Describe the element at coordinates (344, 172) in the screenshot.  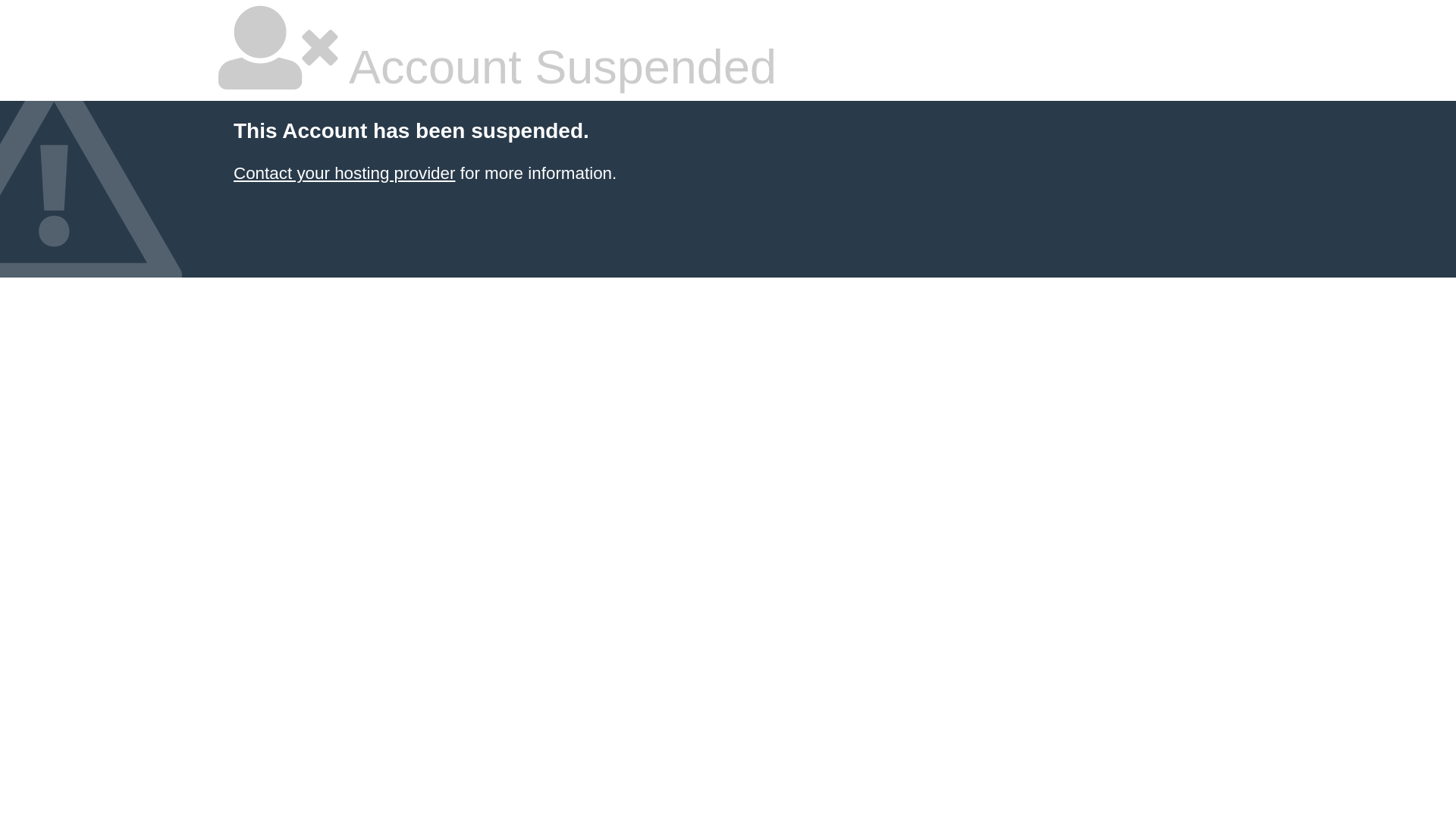
I see `'Contact your hosting provider'` at that location.